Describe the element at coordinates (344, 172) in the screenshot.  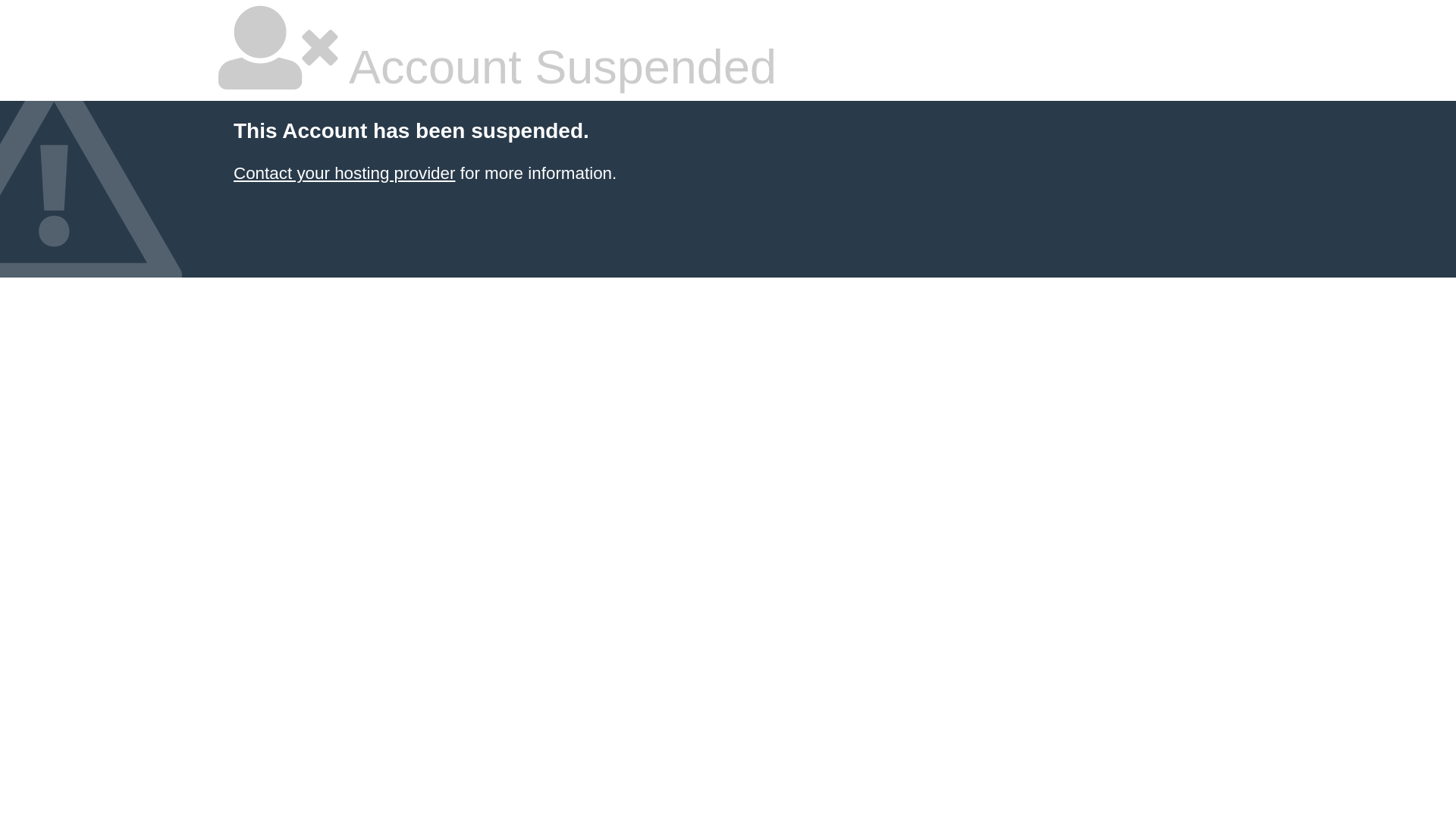
I see `'Contact your hosting provider'` at that location.